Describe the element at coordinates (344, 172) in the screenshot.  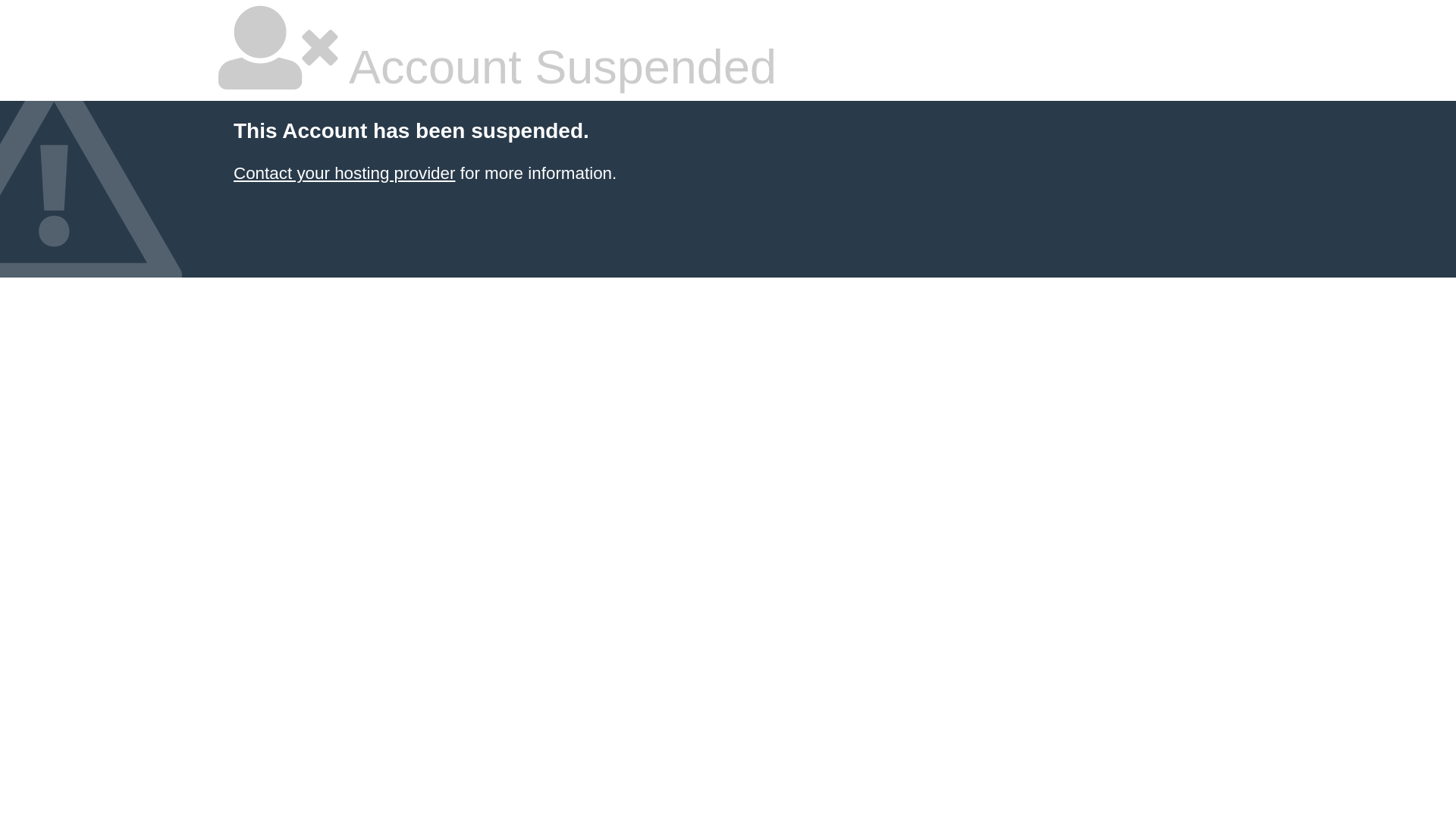
I see `'Contact your hosting provider'` at that location.